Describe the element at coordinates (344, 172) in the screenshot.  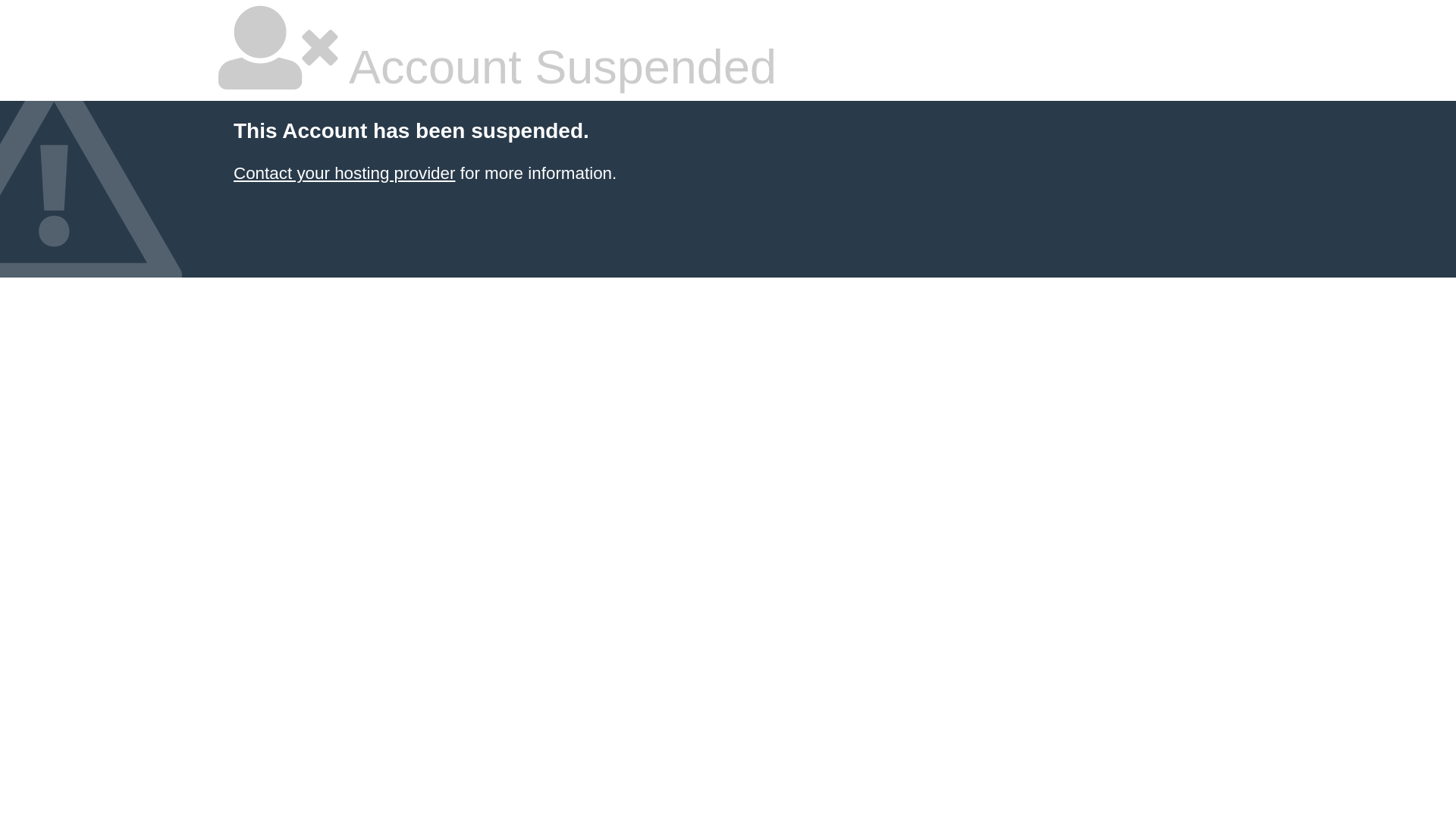
I see `'Contact your hosting provider'` at that location.